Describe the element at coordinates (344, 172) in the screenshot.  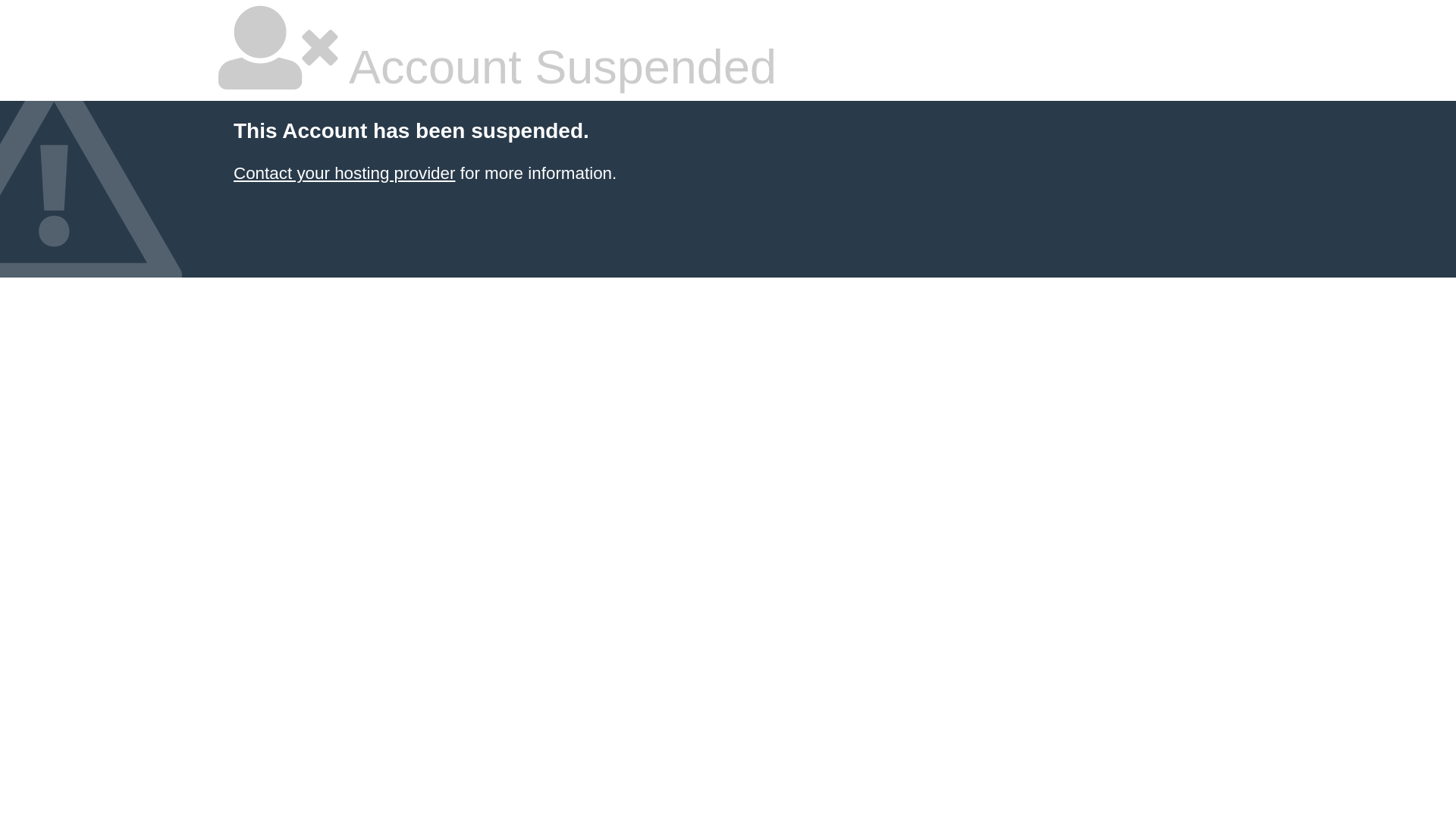
I see `'Contact your hosting provider'` at that location.